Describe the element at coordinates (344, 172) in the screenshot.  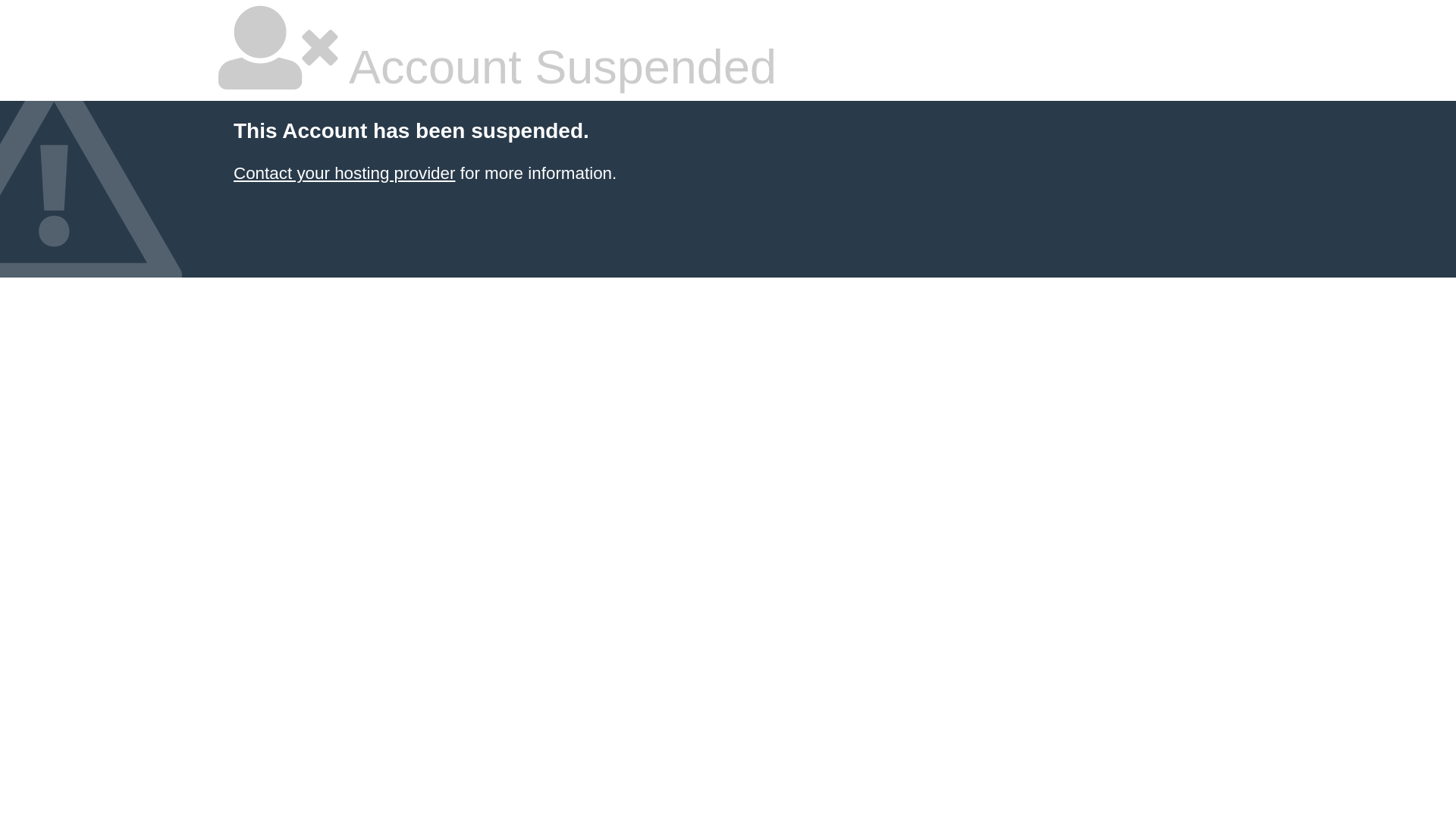
I see `'Contact your hosting provider'` at that location.